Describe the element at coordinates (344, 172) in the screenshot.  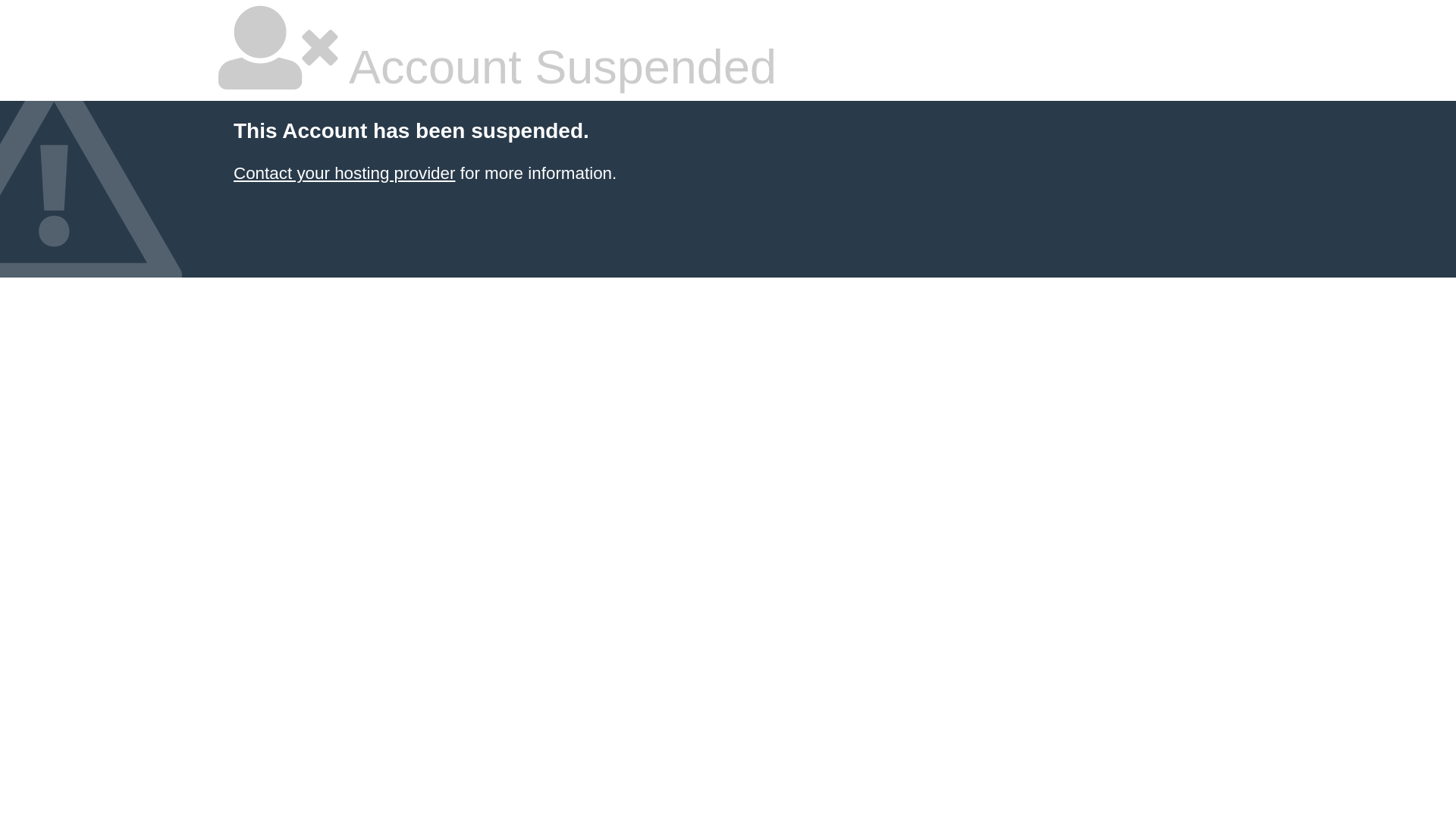
I see `'Contact your hosting provider'` at that location.